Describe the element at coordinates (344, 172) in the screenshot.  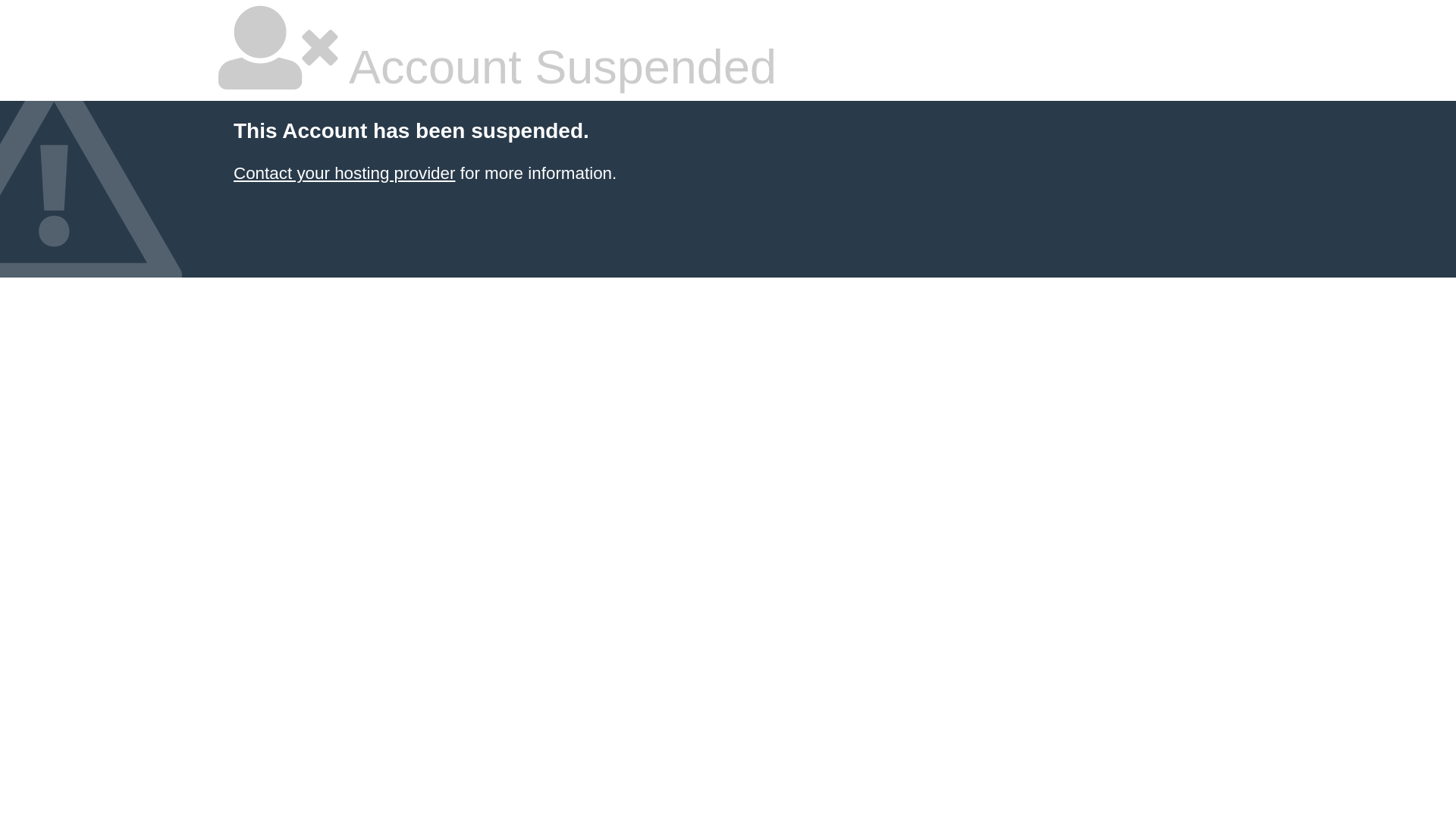
I see `'Contact your hosting provider'` at that location.